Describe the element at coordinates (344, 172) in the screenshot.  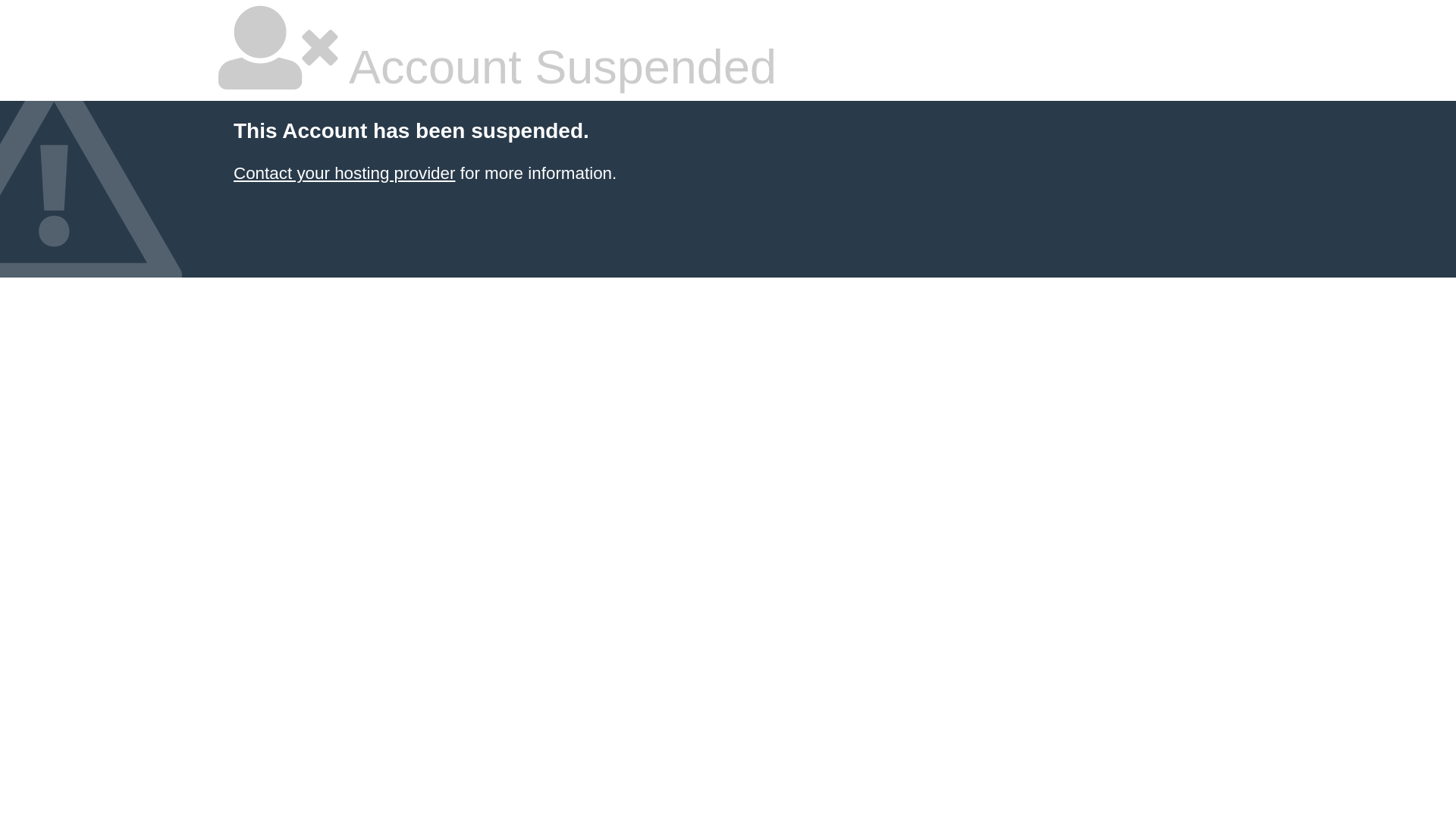
I see `'Contact your hosting provider'` at that location.